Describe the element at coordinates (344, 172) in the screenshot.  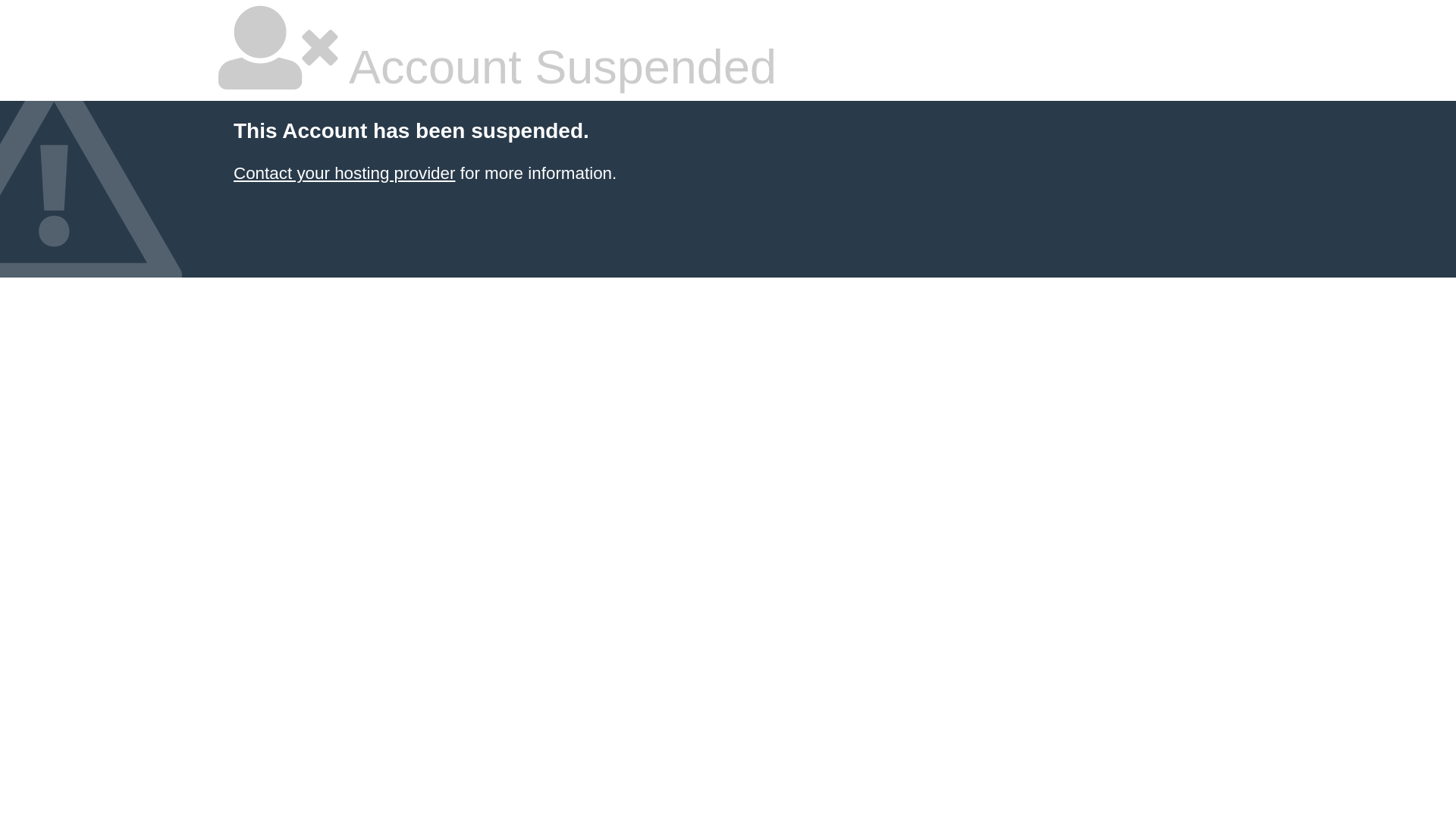
I see `'Contact your hosting provider'` at that location.